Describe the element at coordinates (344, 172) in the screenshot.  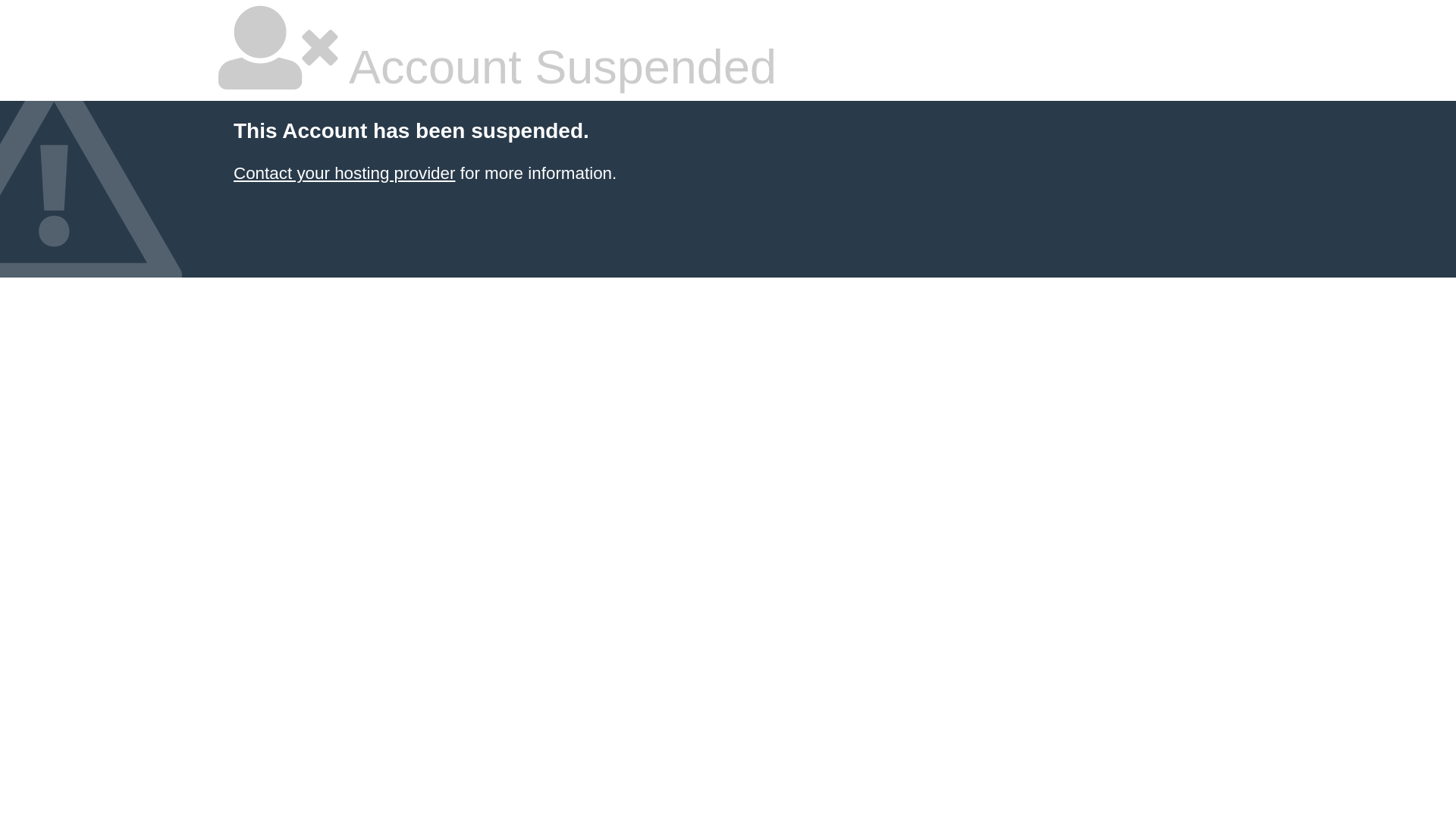
I see `'Contact your hosting provider'` at that location.